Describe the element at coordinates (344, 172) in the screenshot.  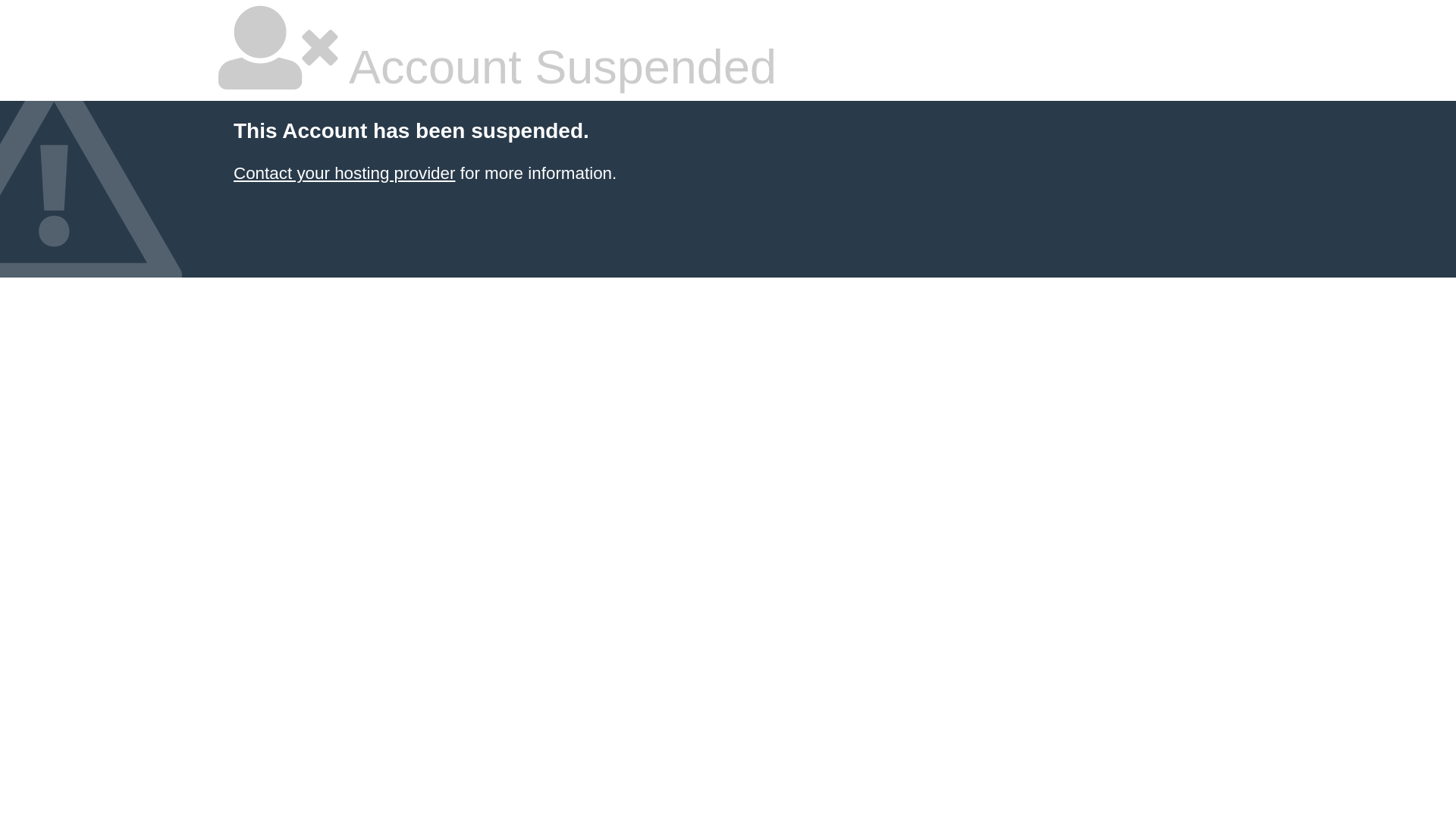
I see `'Contact your hosting provider'` at that location.